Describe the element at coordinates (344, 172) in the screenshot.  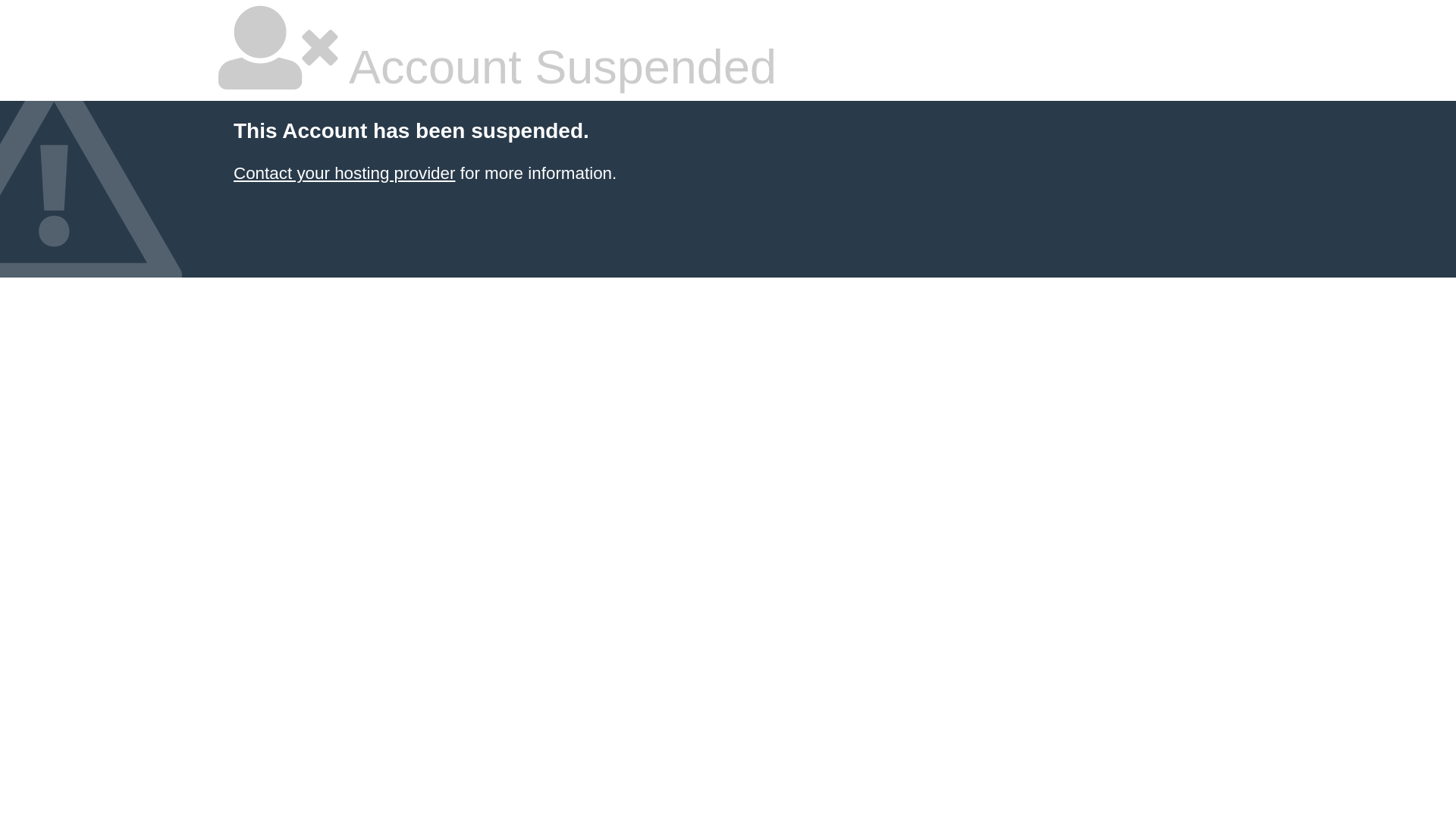
I see `'Contact your hosting provider'` at that location.